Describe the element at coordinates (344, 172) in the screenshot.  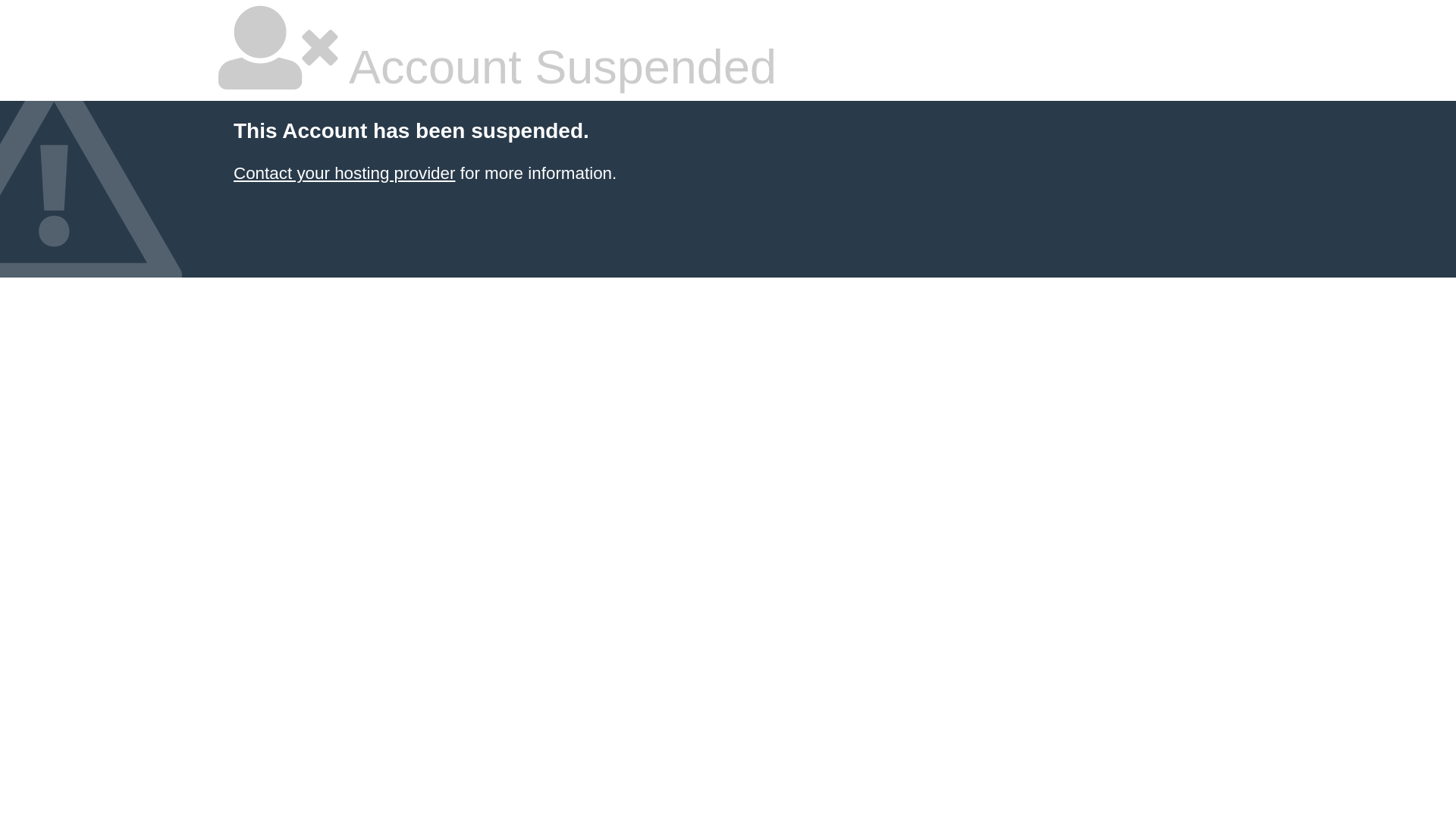
I see `'Contact your hosting provider'` at that location.